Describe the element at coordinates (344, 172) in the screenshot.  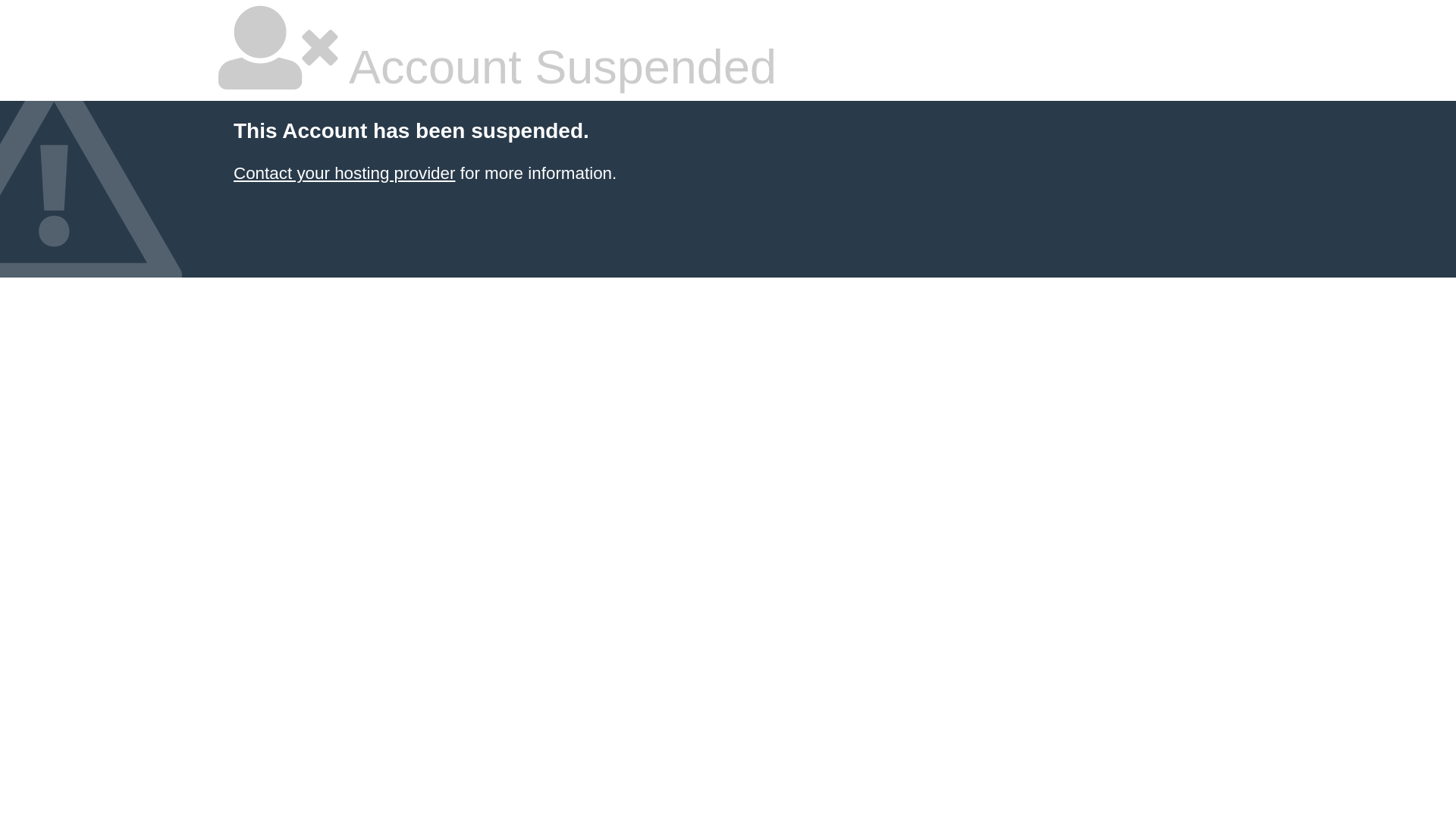
I see `'Contact your hosting provider'` at that location.